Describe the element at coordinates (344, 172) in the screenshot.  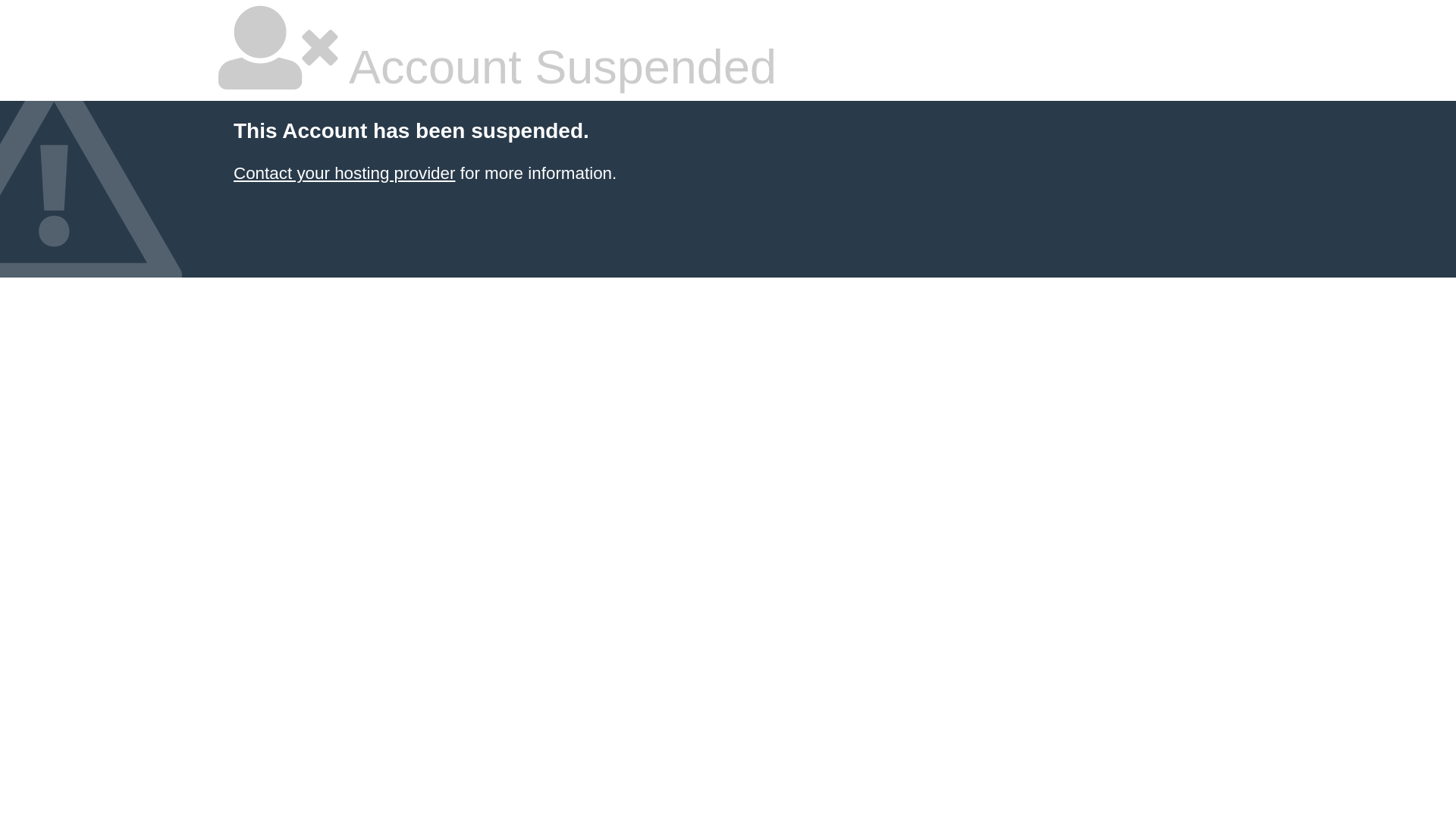
I see `'Contact your hosting provider'` at that location.